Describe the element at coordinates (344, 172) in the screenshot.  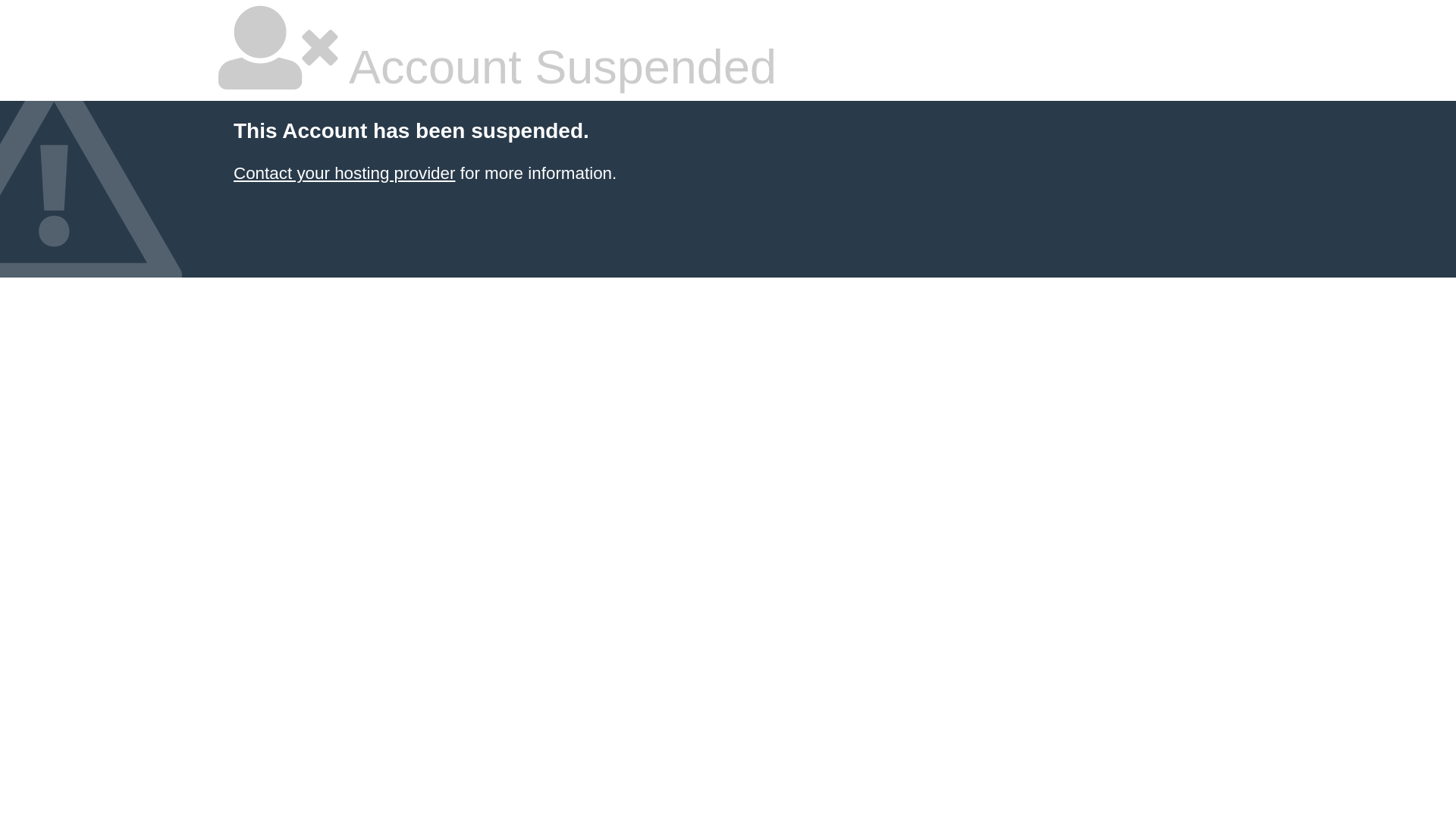
I see `'Contact your hosting provider'` at that location.